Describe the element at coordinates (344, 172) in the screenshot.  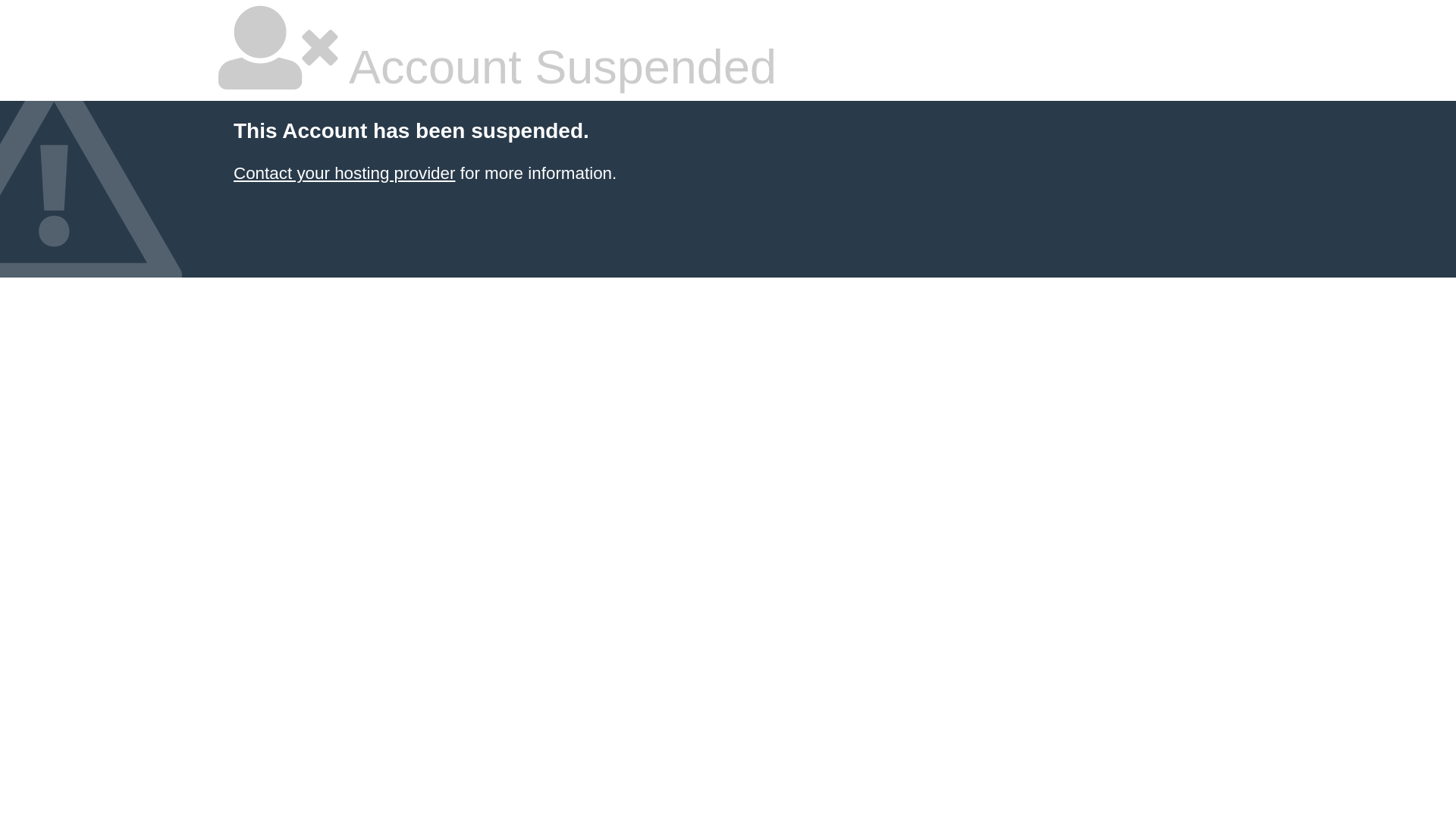
I see `'Contact your hosting provider'` at that location.